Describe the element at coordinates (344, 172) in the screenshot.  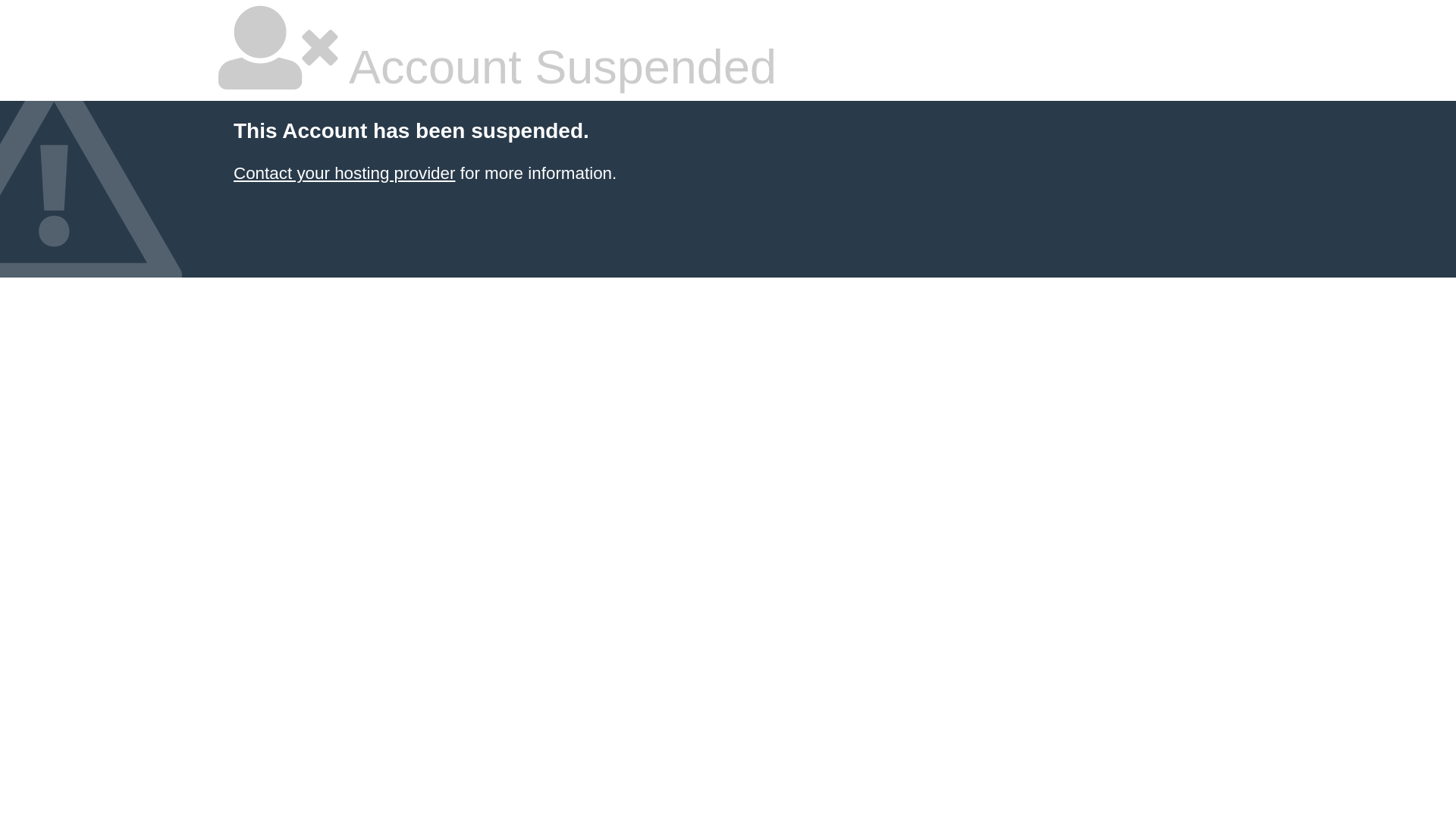
I see `'Contact your hosting provider'` at that location.